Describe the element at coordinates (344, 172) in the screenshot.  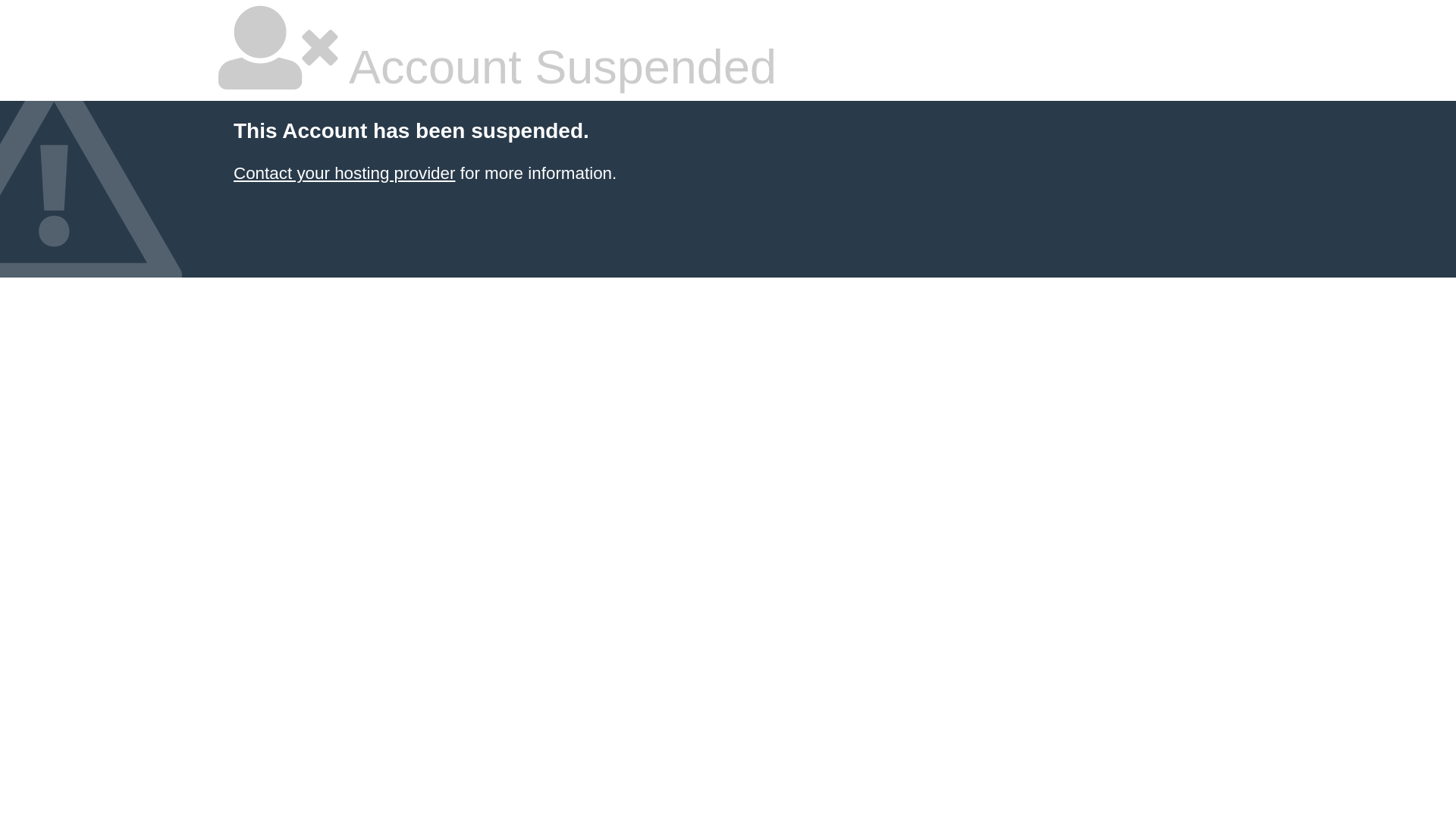
I see `'Contact your hosting provider'` at that location.